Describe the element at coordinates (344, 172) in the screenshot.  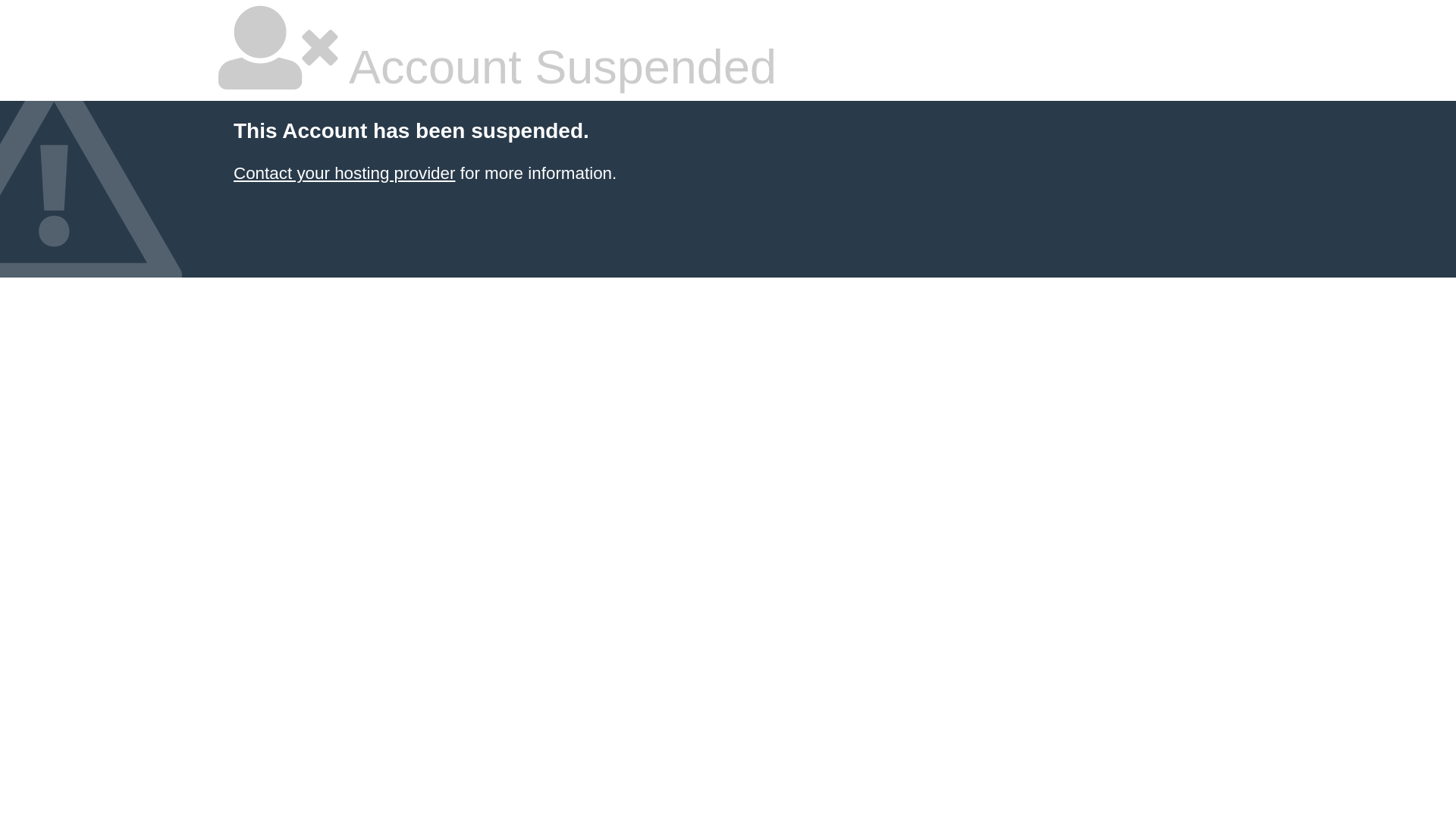
I see `'Contact your hosting provider'` at that location.